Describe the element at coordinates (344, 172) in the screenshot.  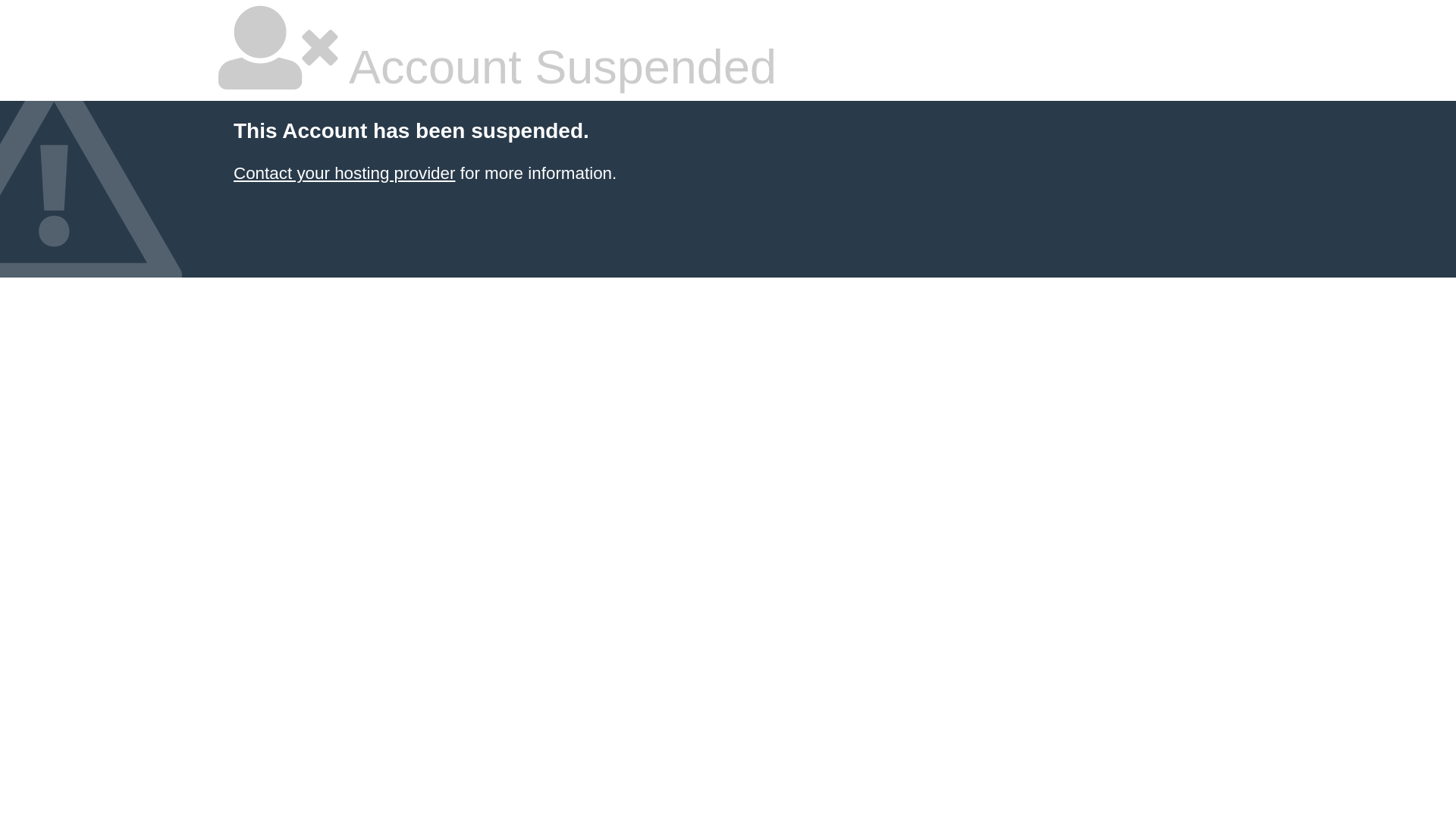
I see `'Contact your hosting provider'` at that location.